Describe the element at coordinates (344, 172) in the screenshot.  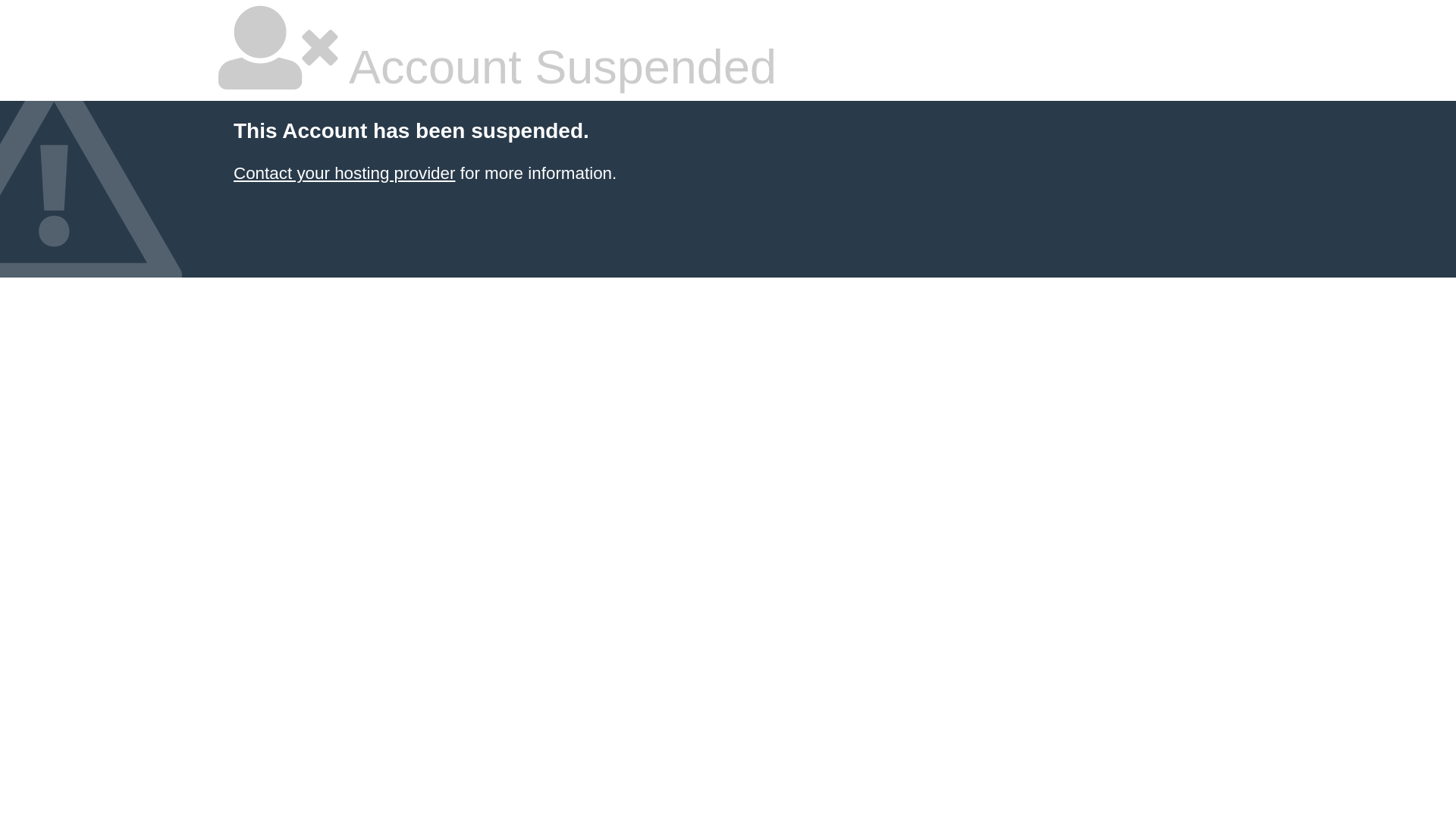
I see `'Contact your hosting provider'` at that location.